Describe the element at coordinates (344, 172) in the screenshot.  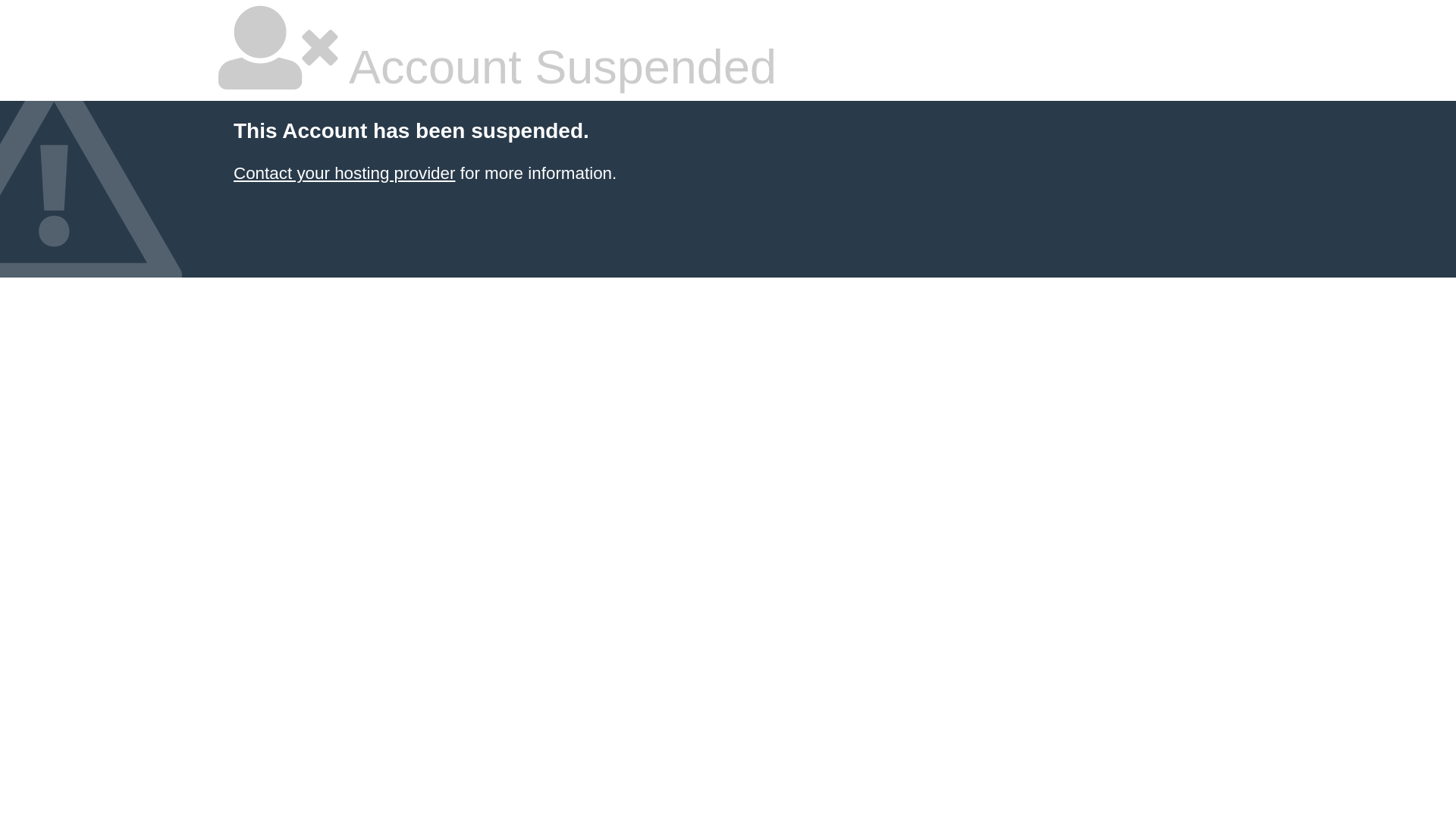
I see `'Contact your hosting provider'` at that location.